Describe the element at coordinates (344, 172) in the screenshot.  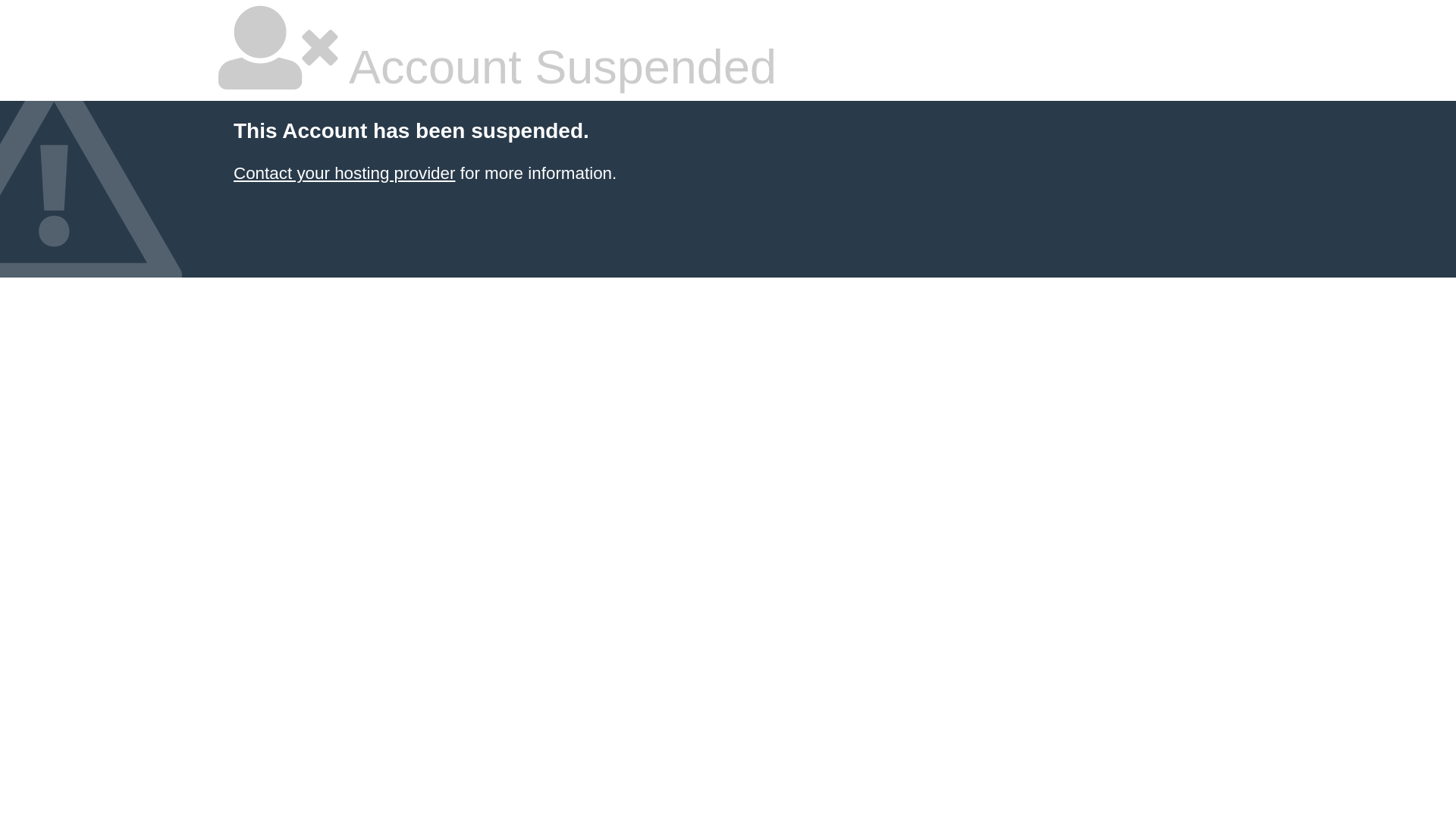
I see `'Contact your hosting provider'` at that location.